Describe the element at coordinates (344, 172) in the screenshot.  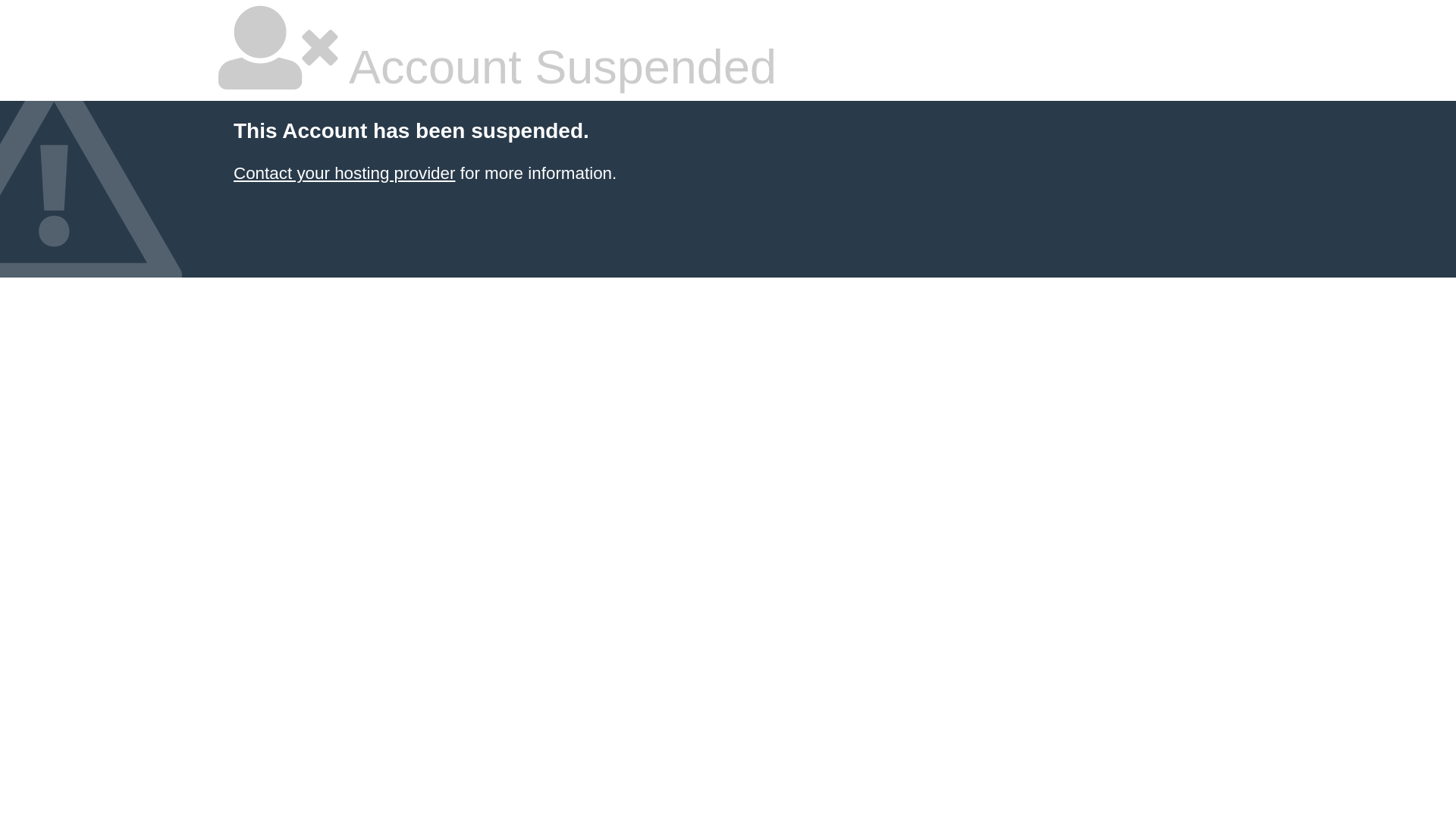
I see `'Contact your hosting provider'` at that location.